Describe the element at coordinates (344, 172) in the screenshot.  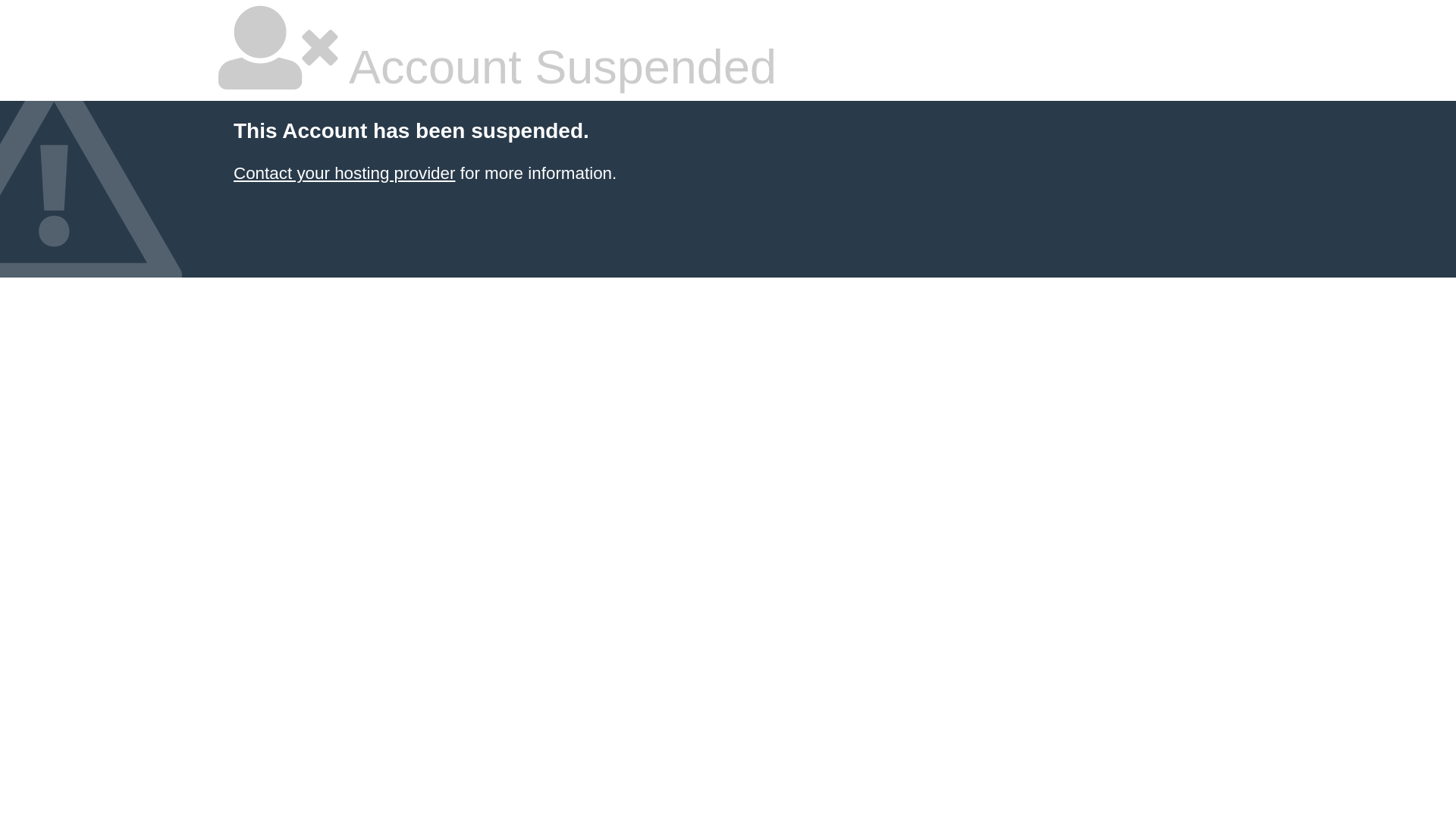
I see `'Contact your hosting provider'` at that location.